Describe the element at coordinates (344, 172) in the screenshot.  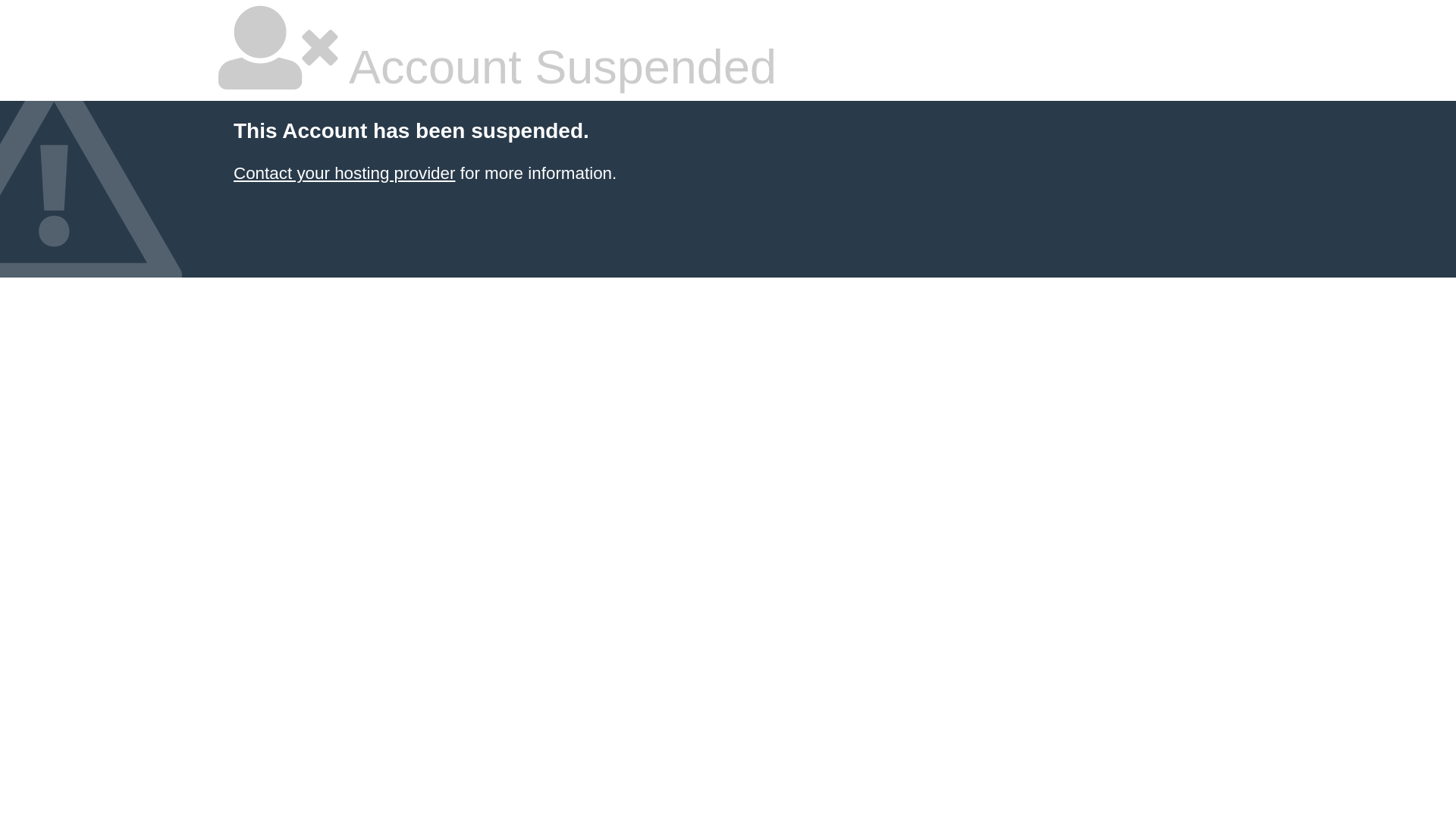
I see `'Contact your hosting provider'` at that location.